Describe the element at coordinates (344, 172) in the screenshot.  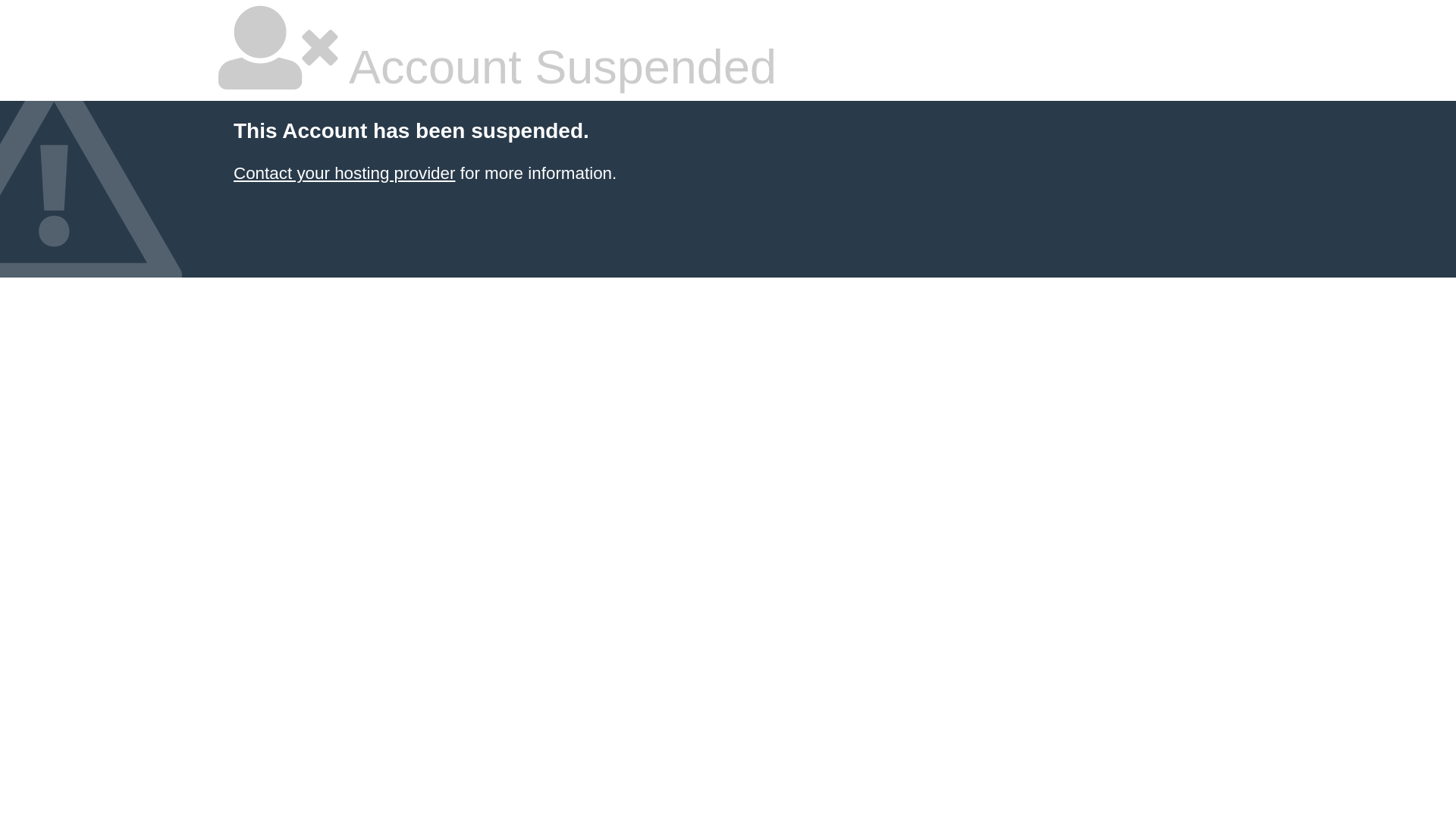
I see `'Contact your hosting provider'` at that location.